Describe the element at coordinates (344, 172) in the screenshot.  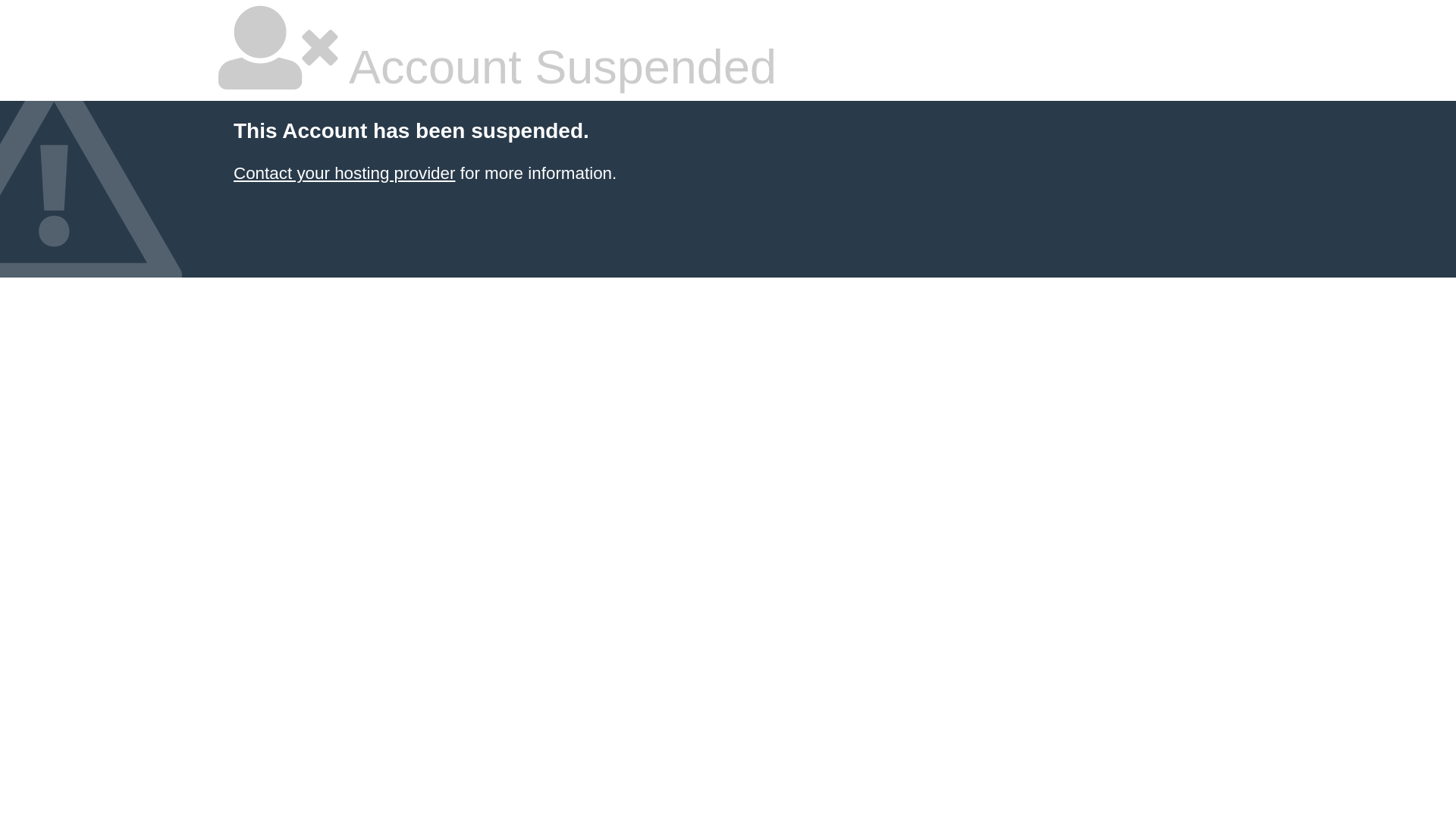
I see `'Contact your hosting provider'` at that location.